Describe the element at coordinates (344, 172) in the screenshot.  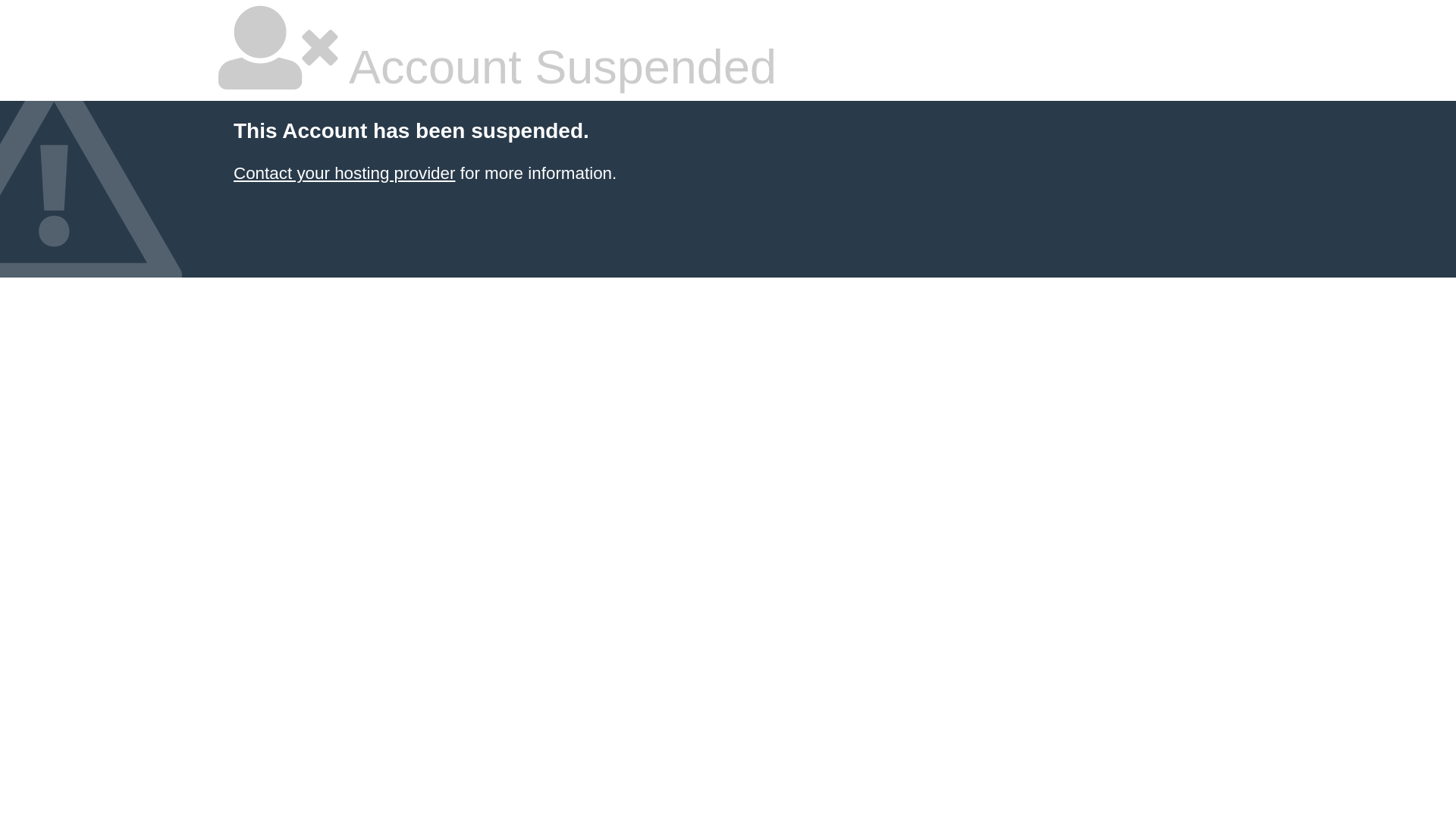
I see `'Contact your hosting provider'` at that location.